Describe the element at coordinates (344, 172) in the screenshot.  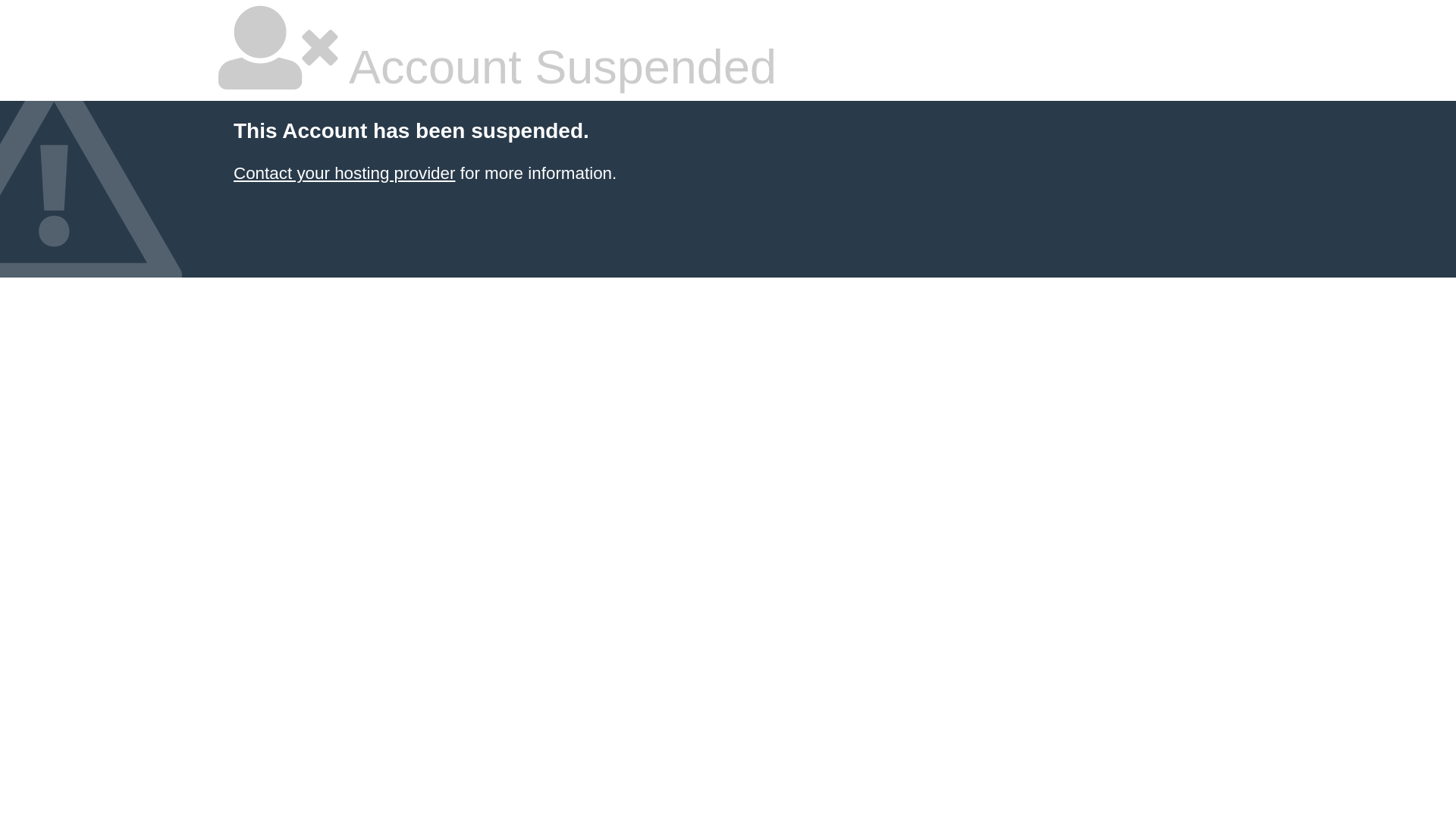
I see `'Contact your hosting provider'` at that location.